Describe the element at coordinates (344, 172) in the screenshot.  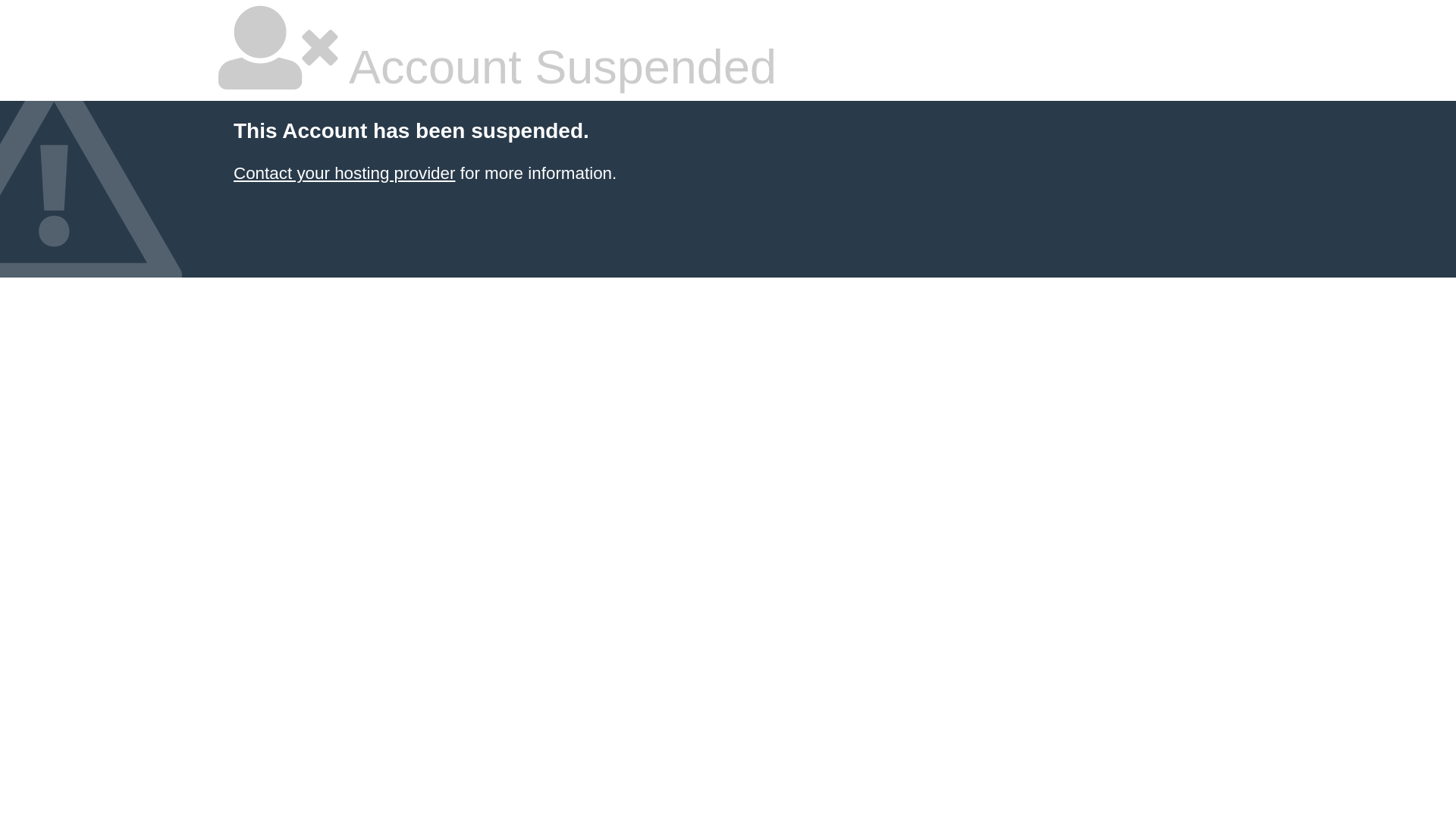
I see `'Contact your hosting provider'` at that location.